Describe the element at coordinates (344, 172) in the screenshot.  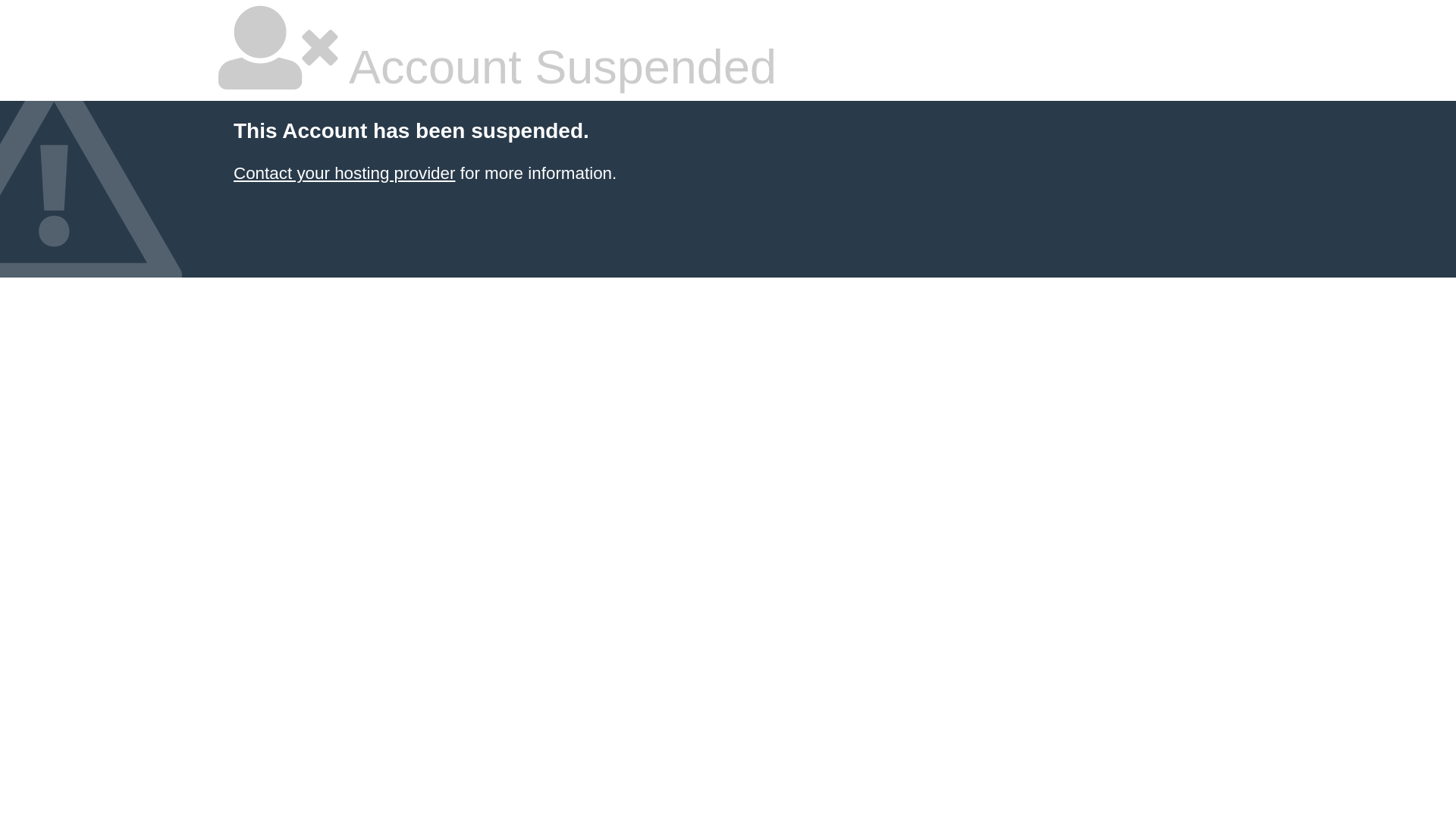
I see `'Contact your hosting provider'` at that location.